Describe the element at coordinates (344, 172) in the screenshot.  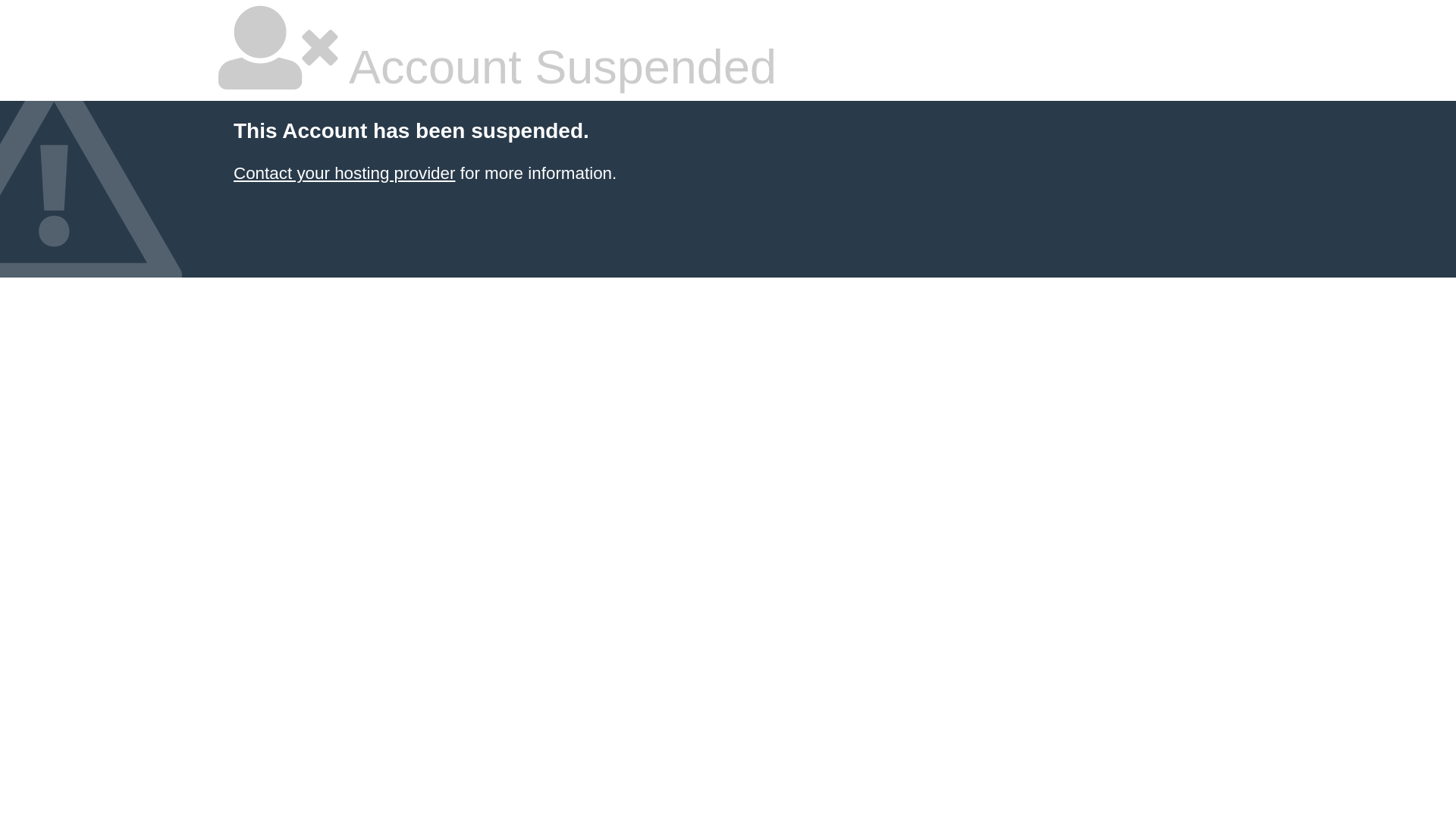
I see `'Contact your hosting provider'` at that location.